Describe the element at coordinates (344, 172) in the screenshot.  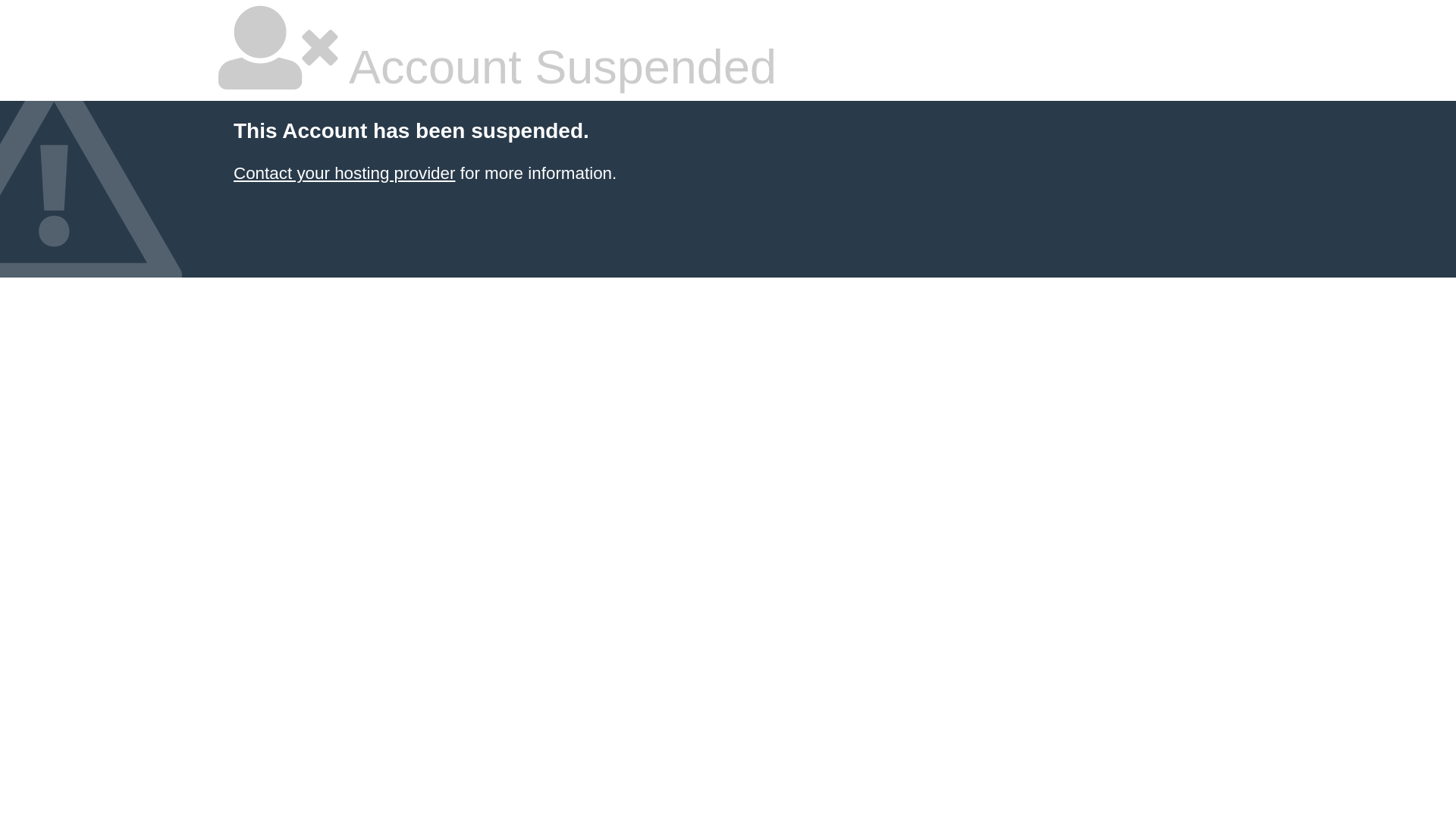
I see `'Contact your hosting provider'` at that location.